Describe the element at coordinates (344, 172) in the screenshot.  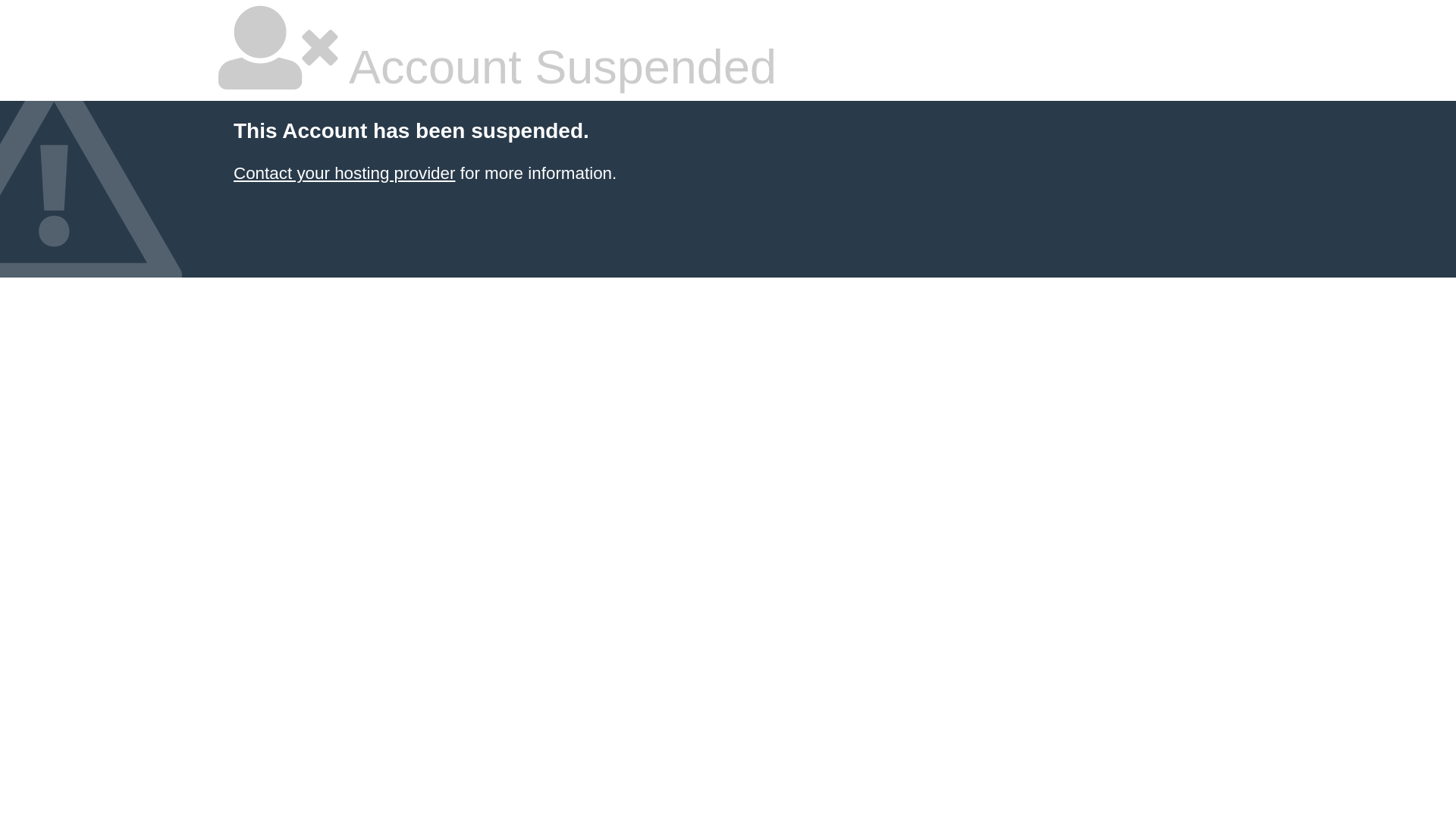
I see `'Contact your hosting provider'` at that location.